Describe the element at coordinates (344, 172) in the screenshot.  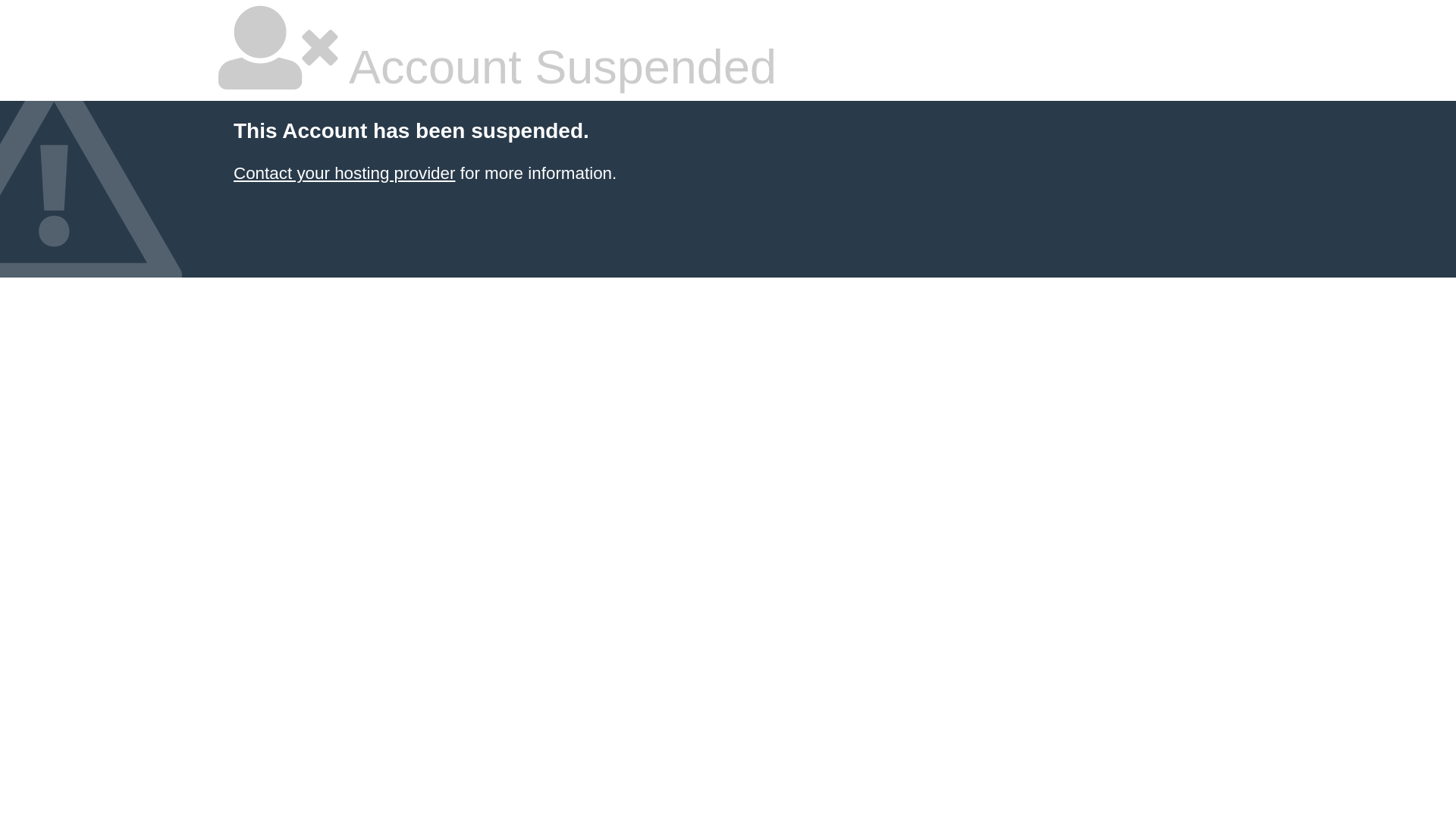
I see `'Contact your hosting provider'` at that location.